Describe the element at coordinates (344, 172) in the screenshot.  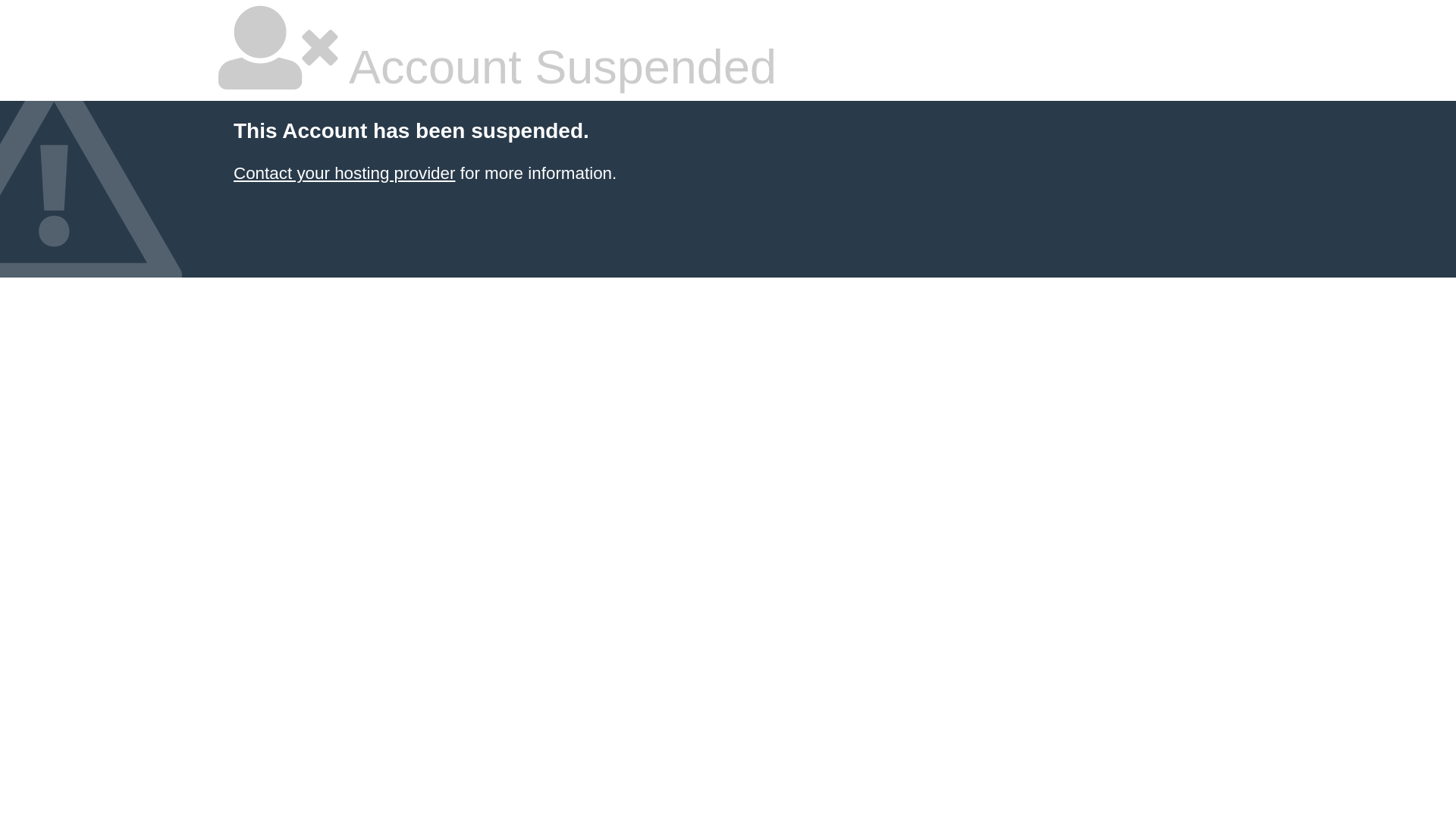
I see `'Contact your hosting provider'` at that location.